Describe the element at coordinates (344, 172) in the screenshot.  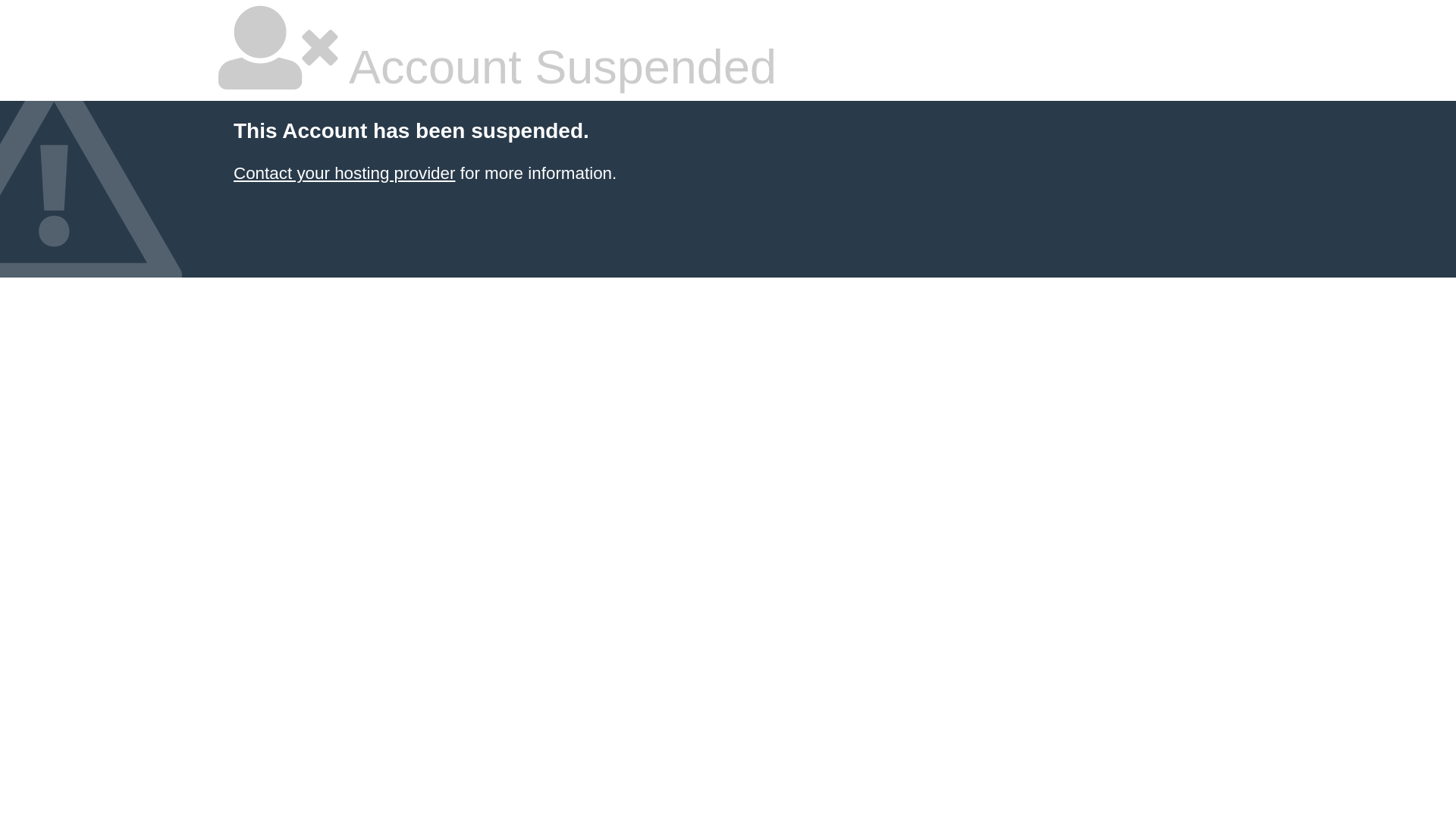
I see `'Contact your hosting provider'` at that location.